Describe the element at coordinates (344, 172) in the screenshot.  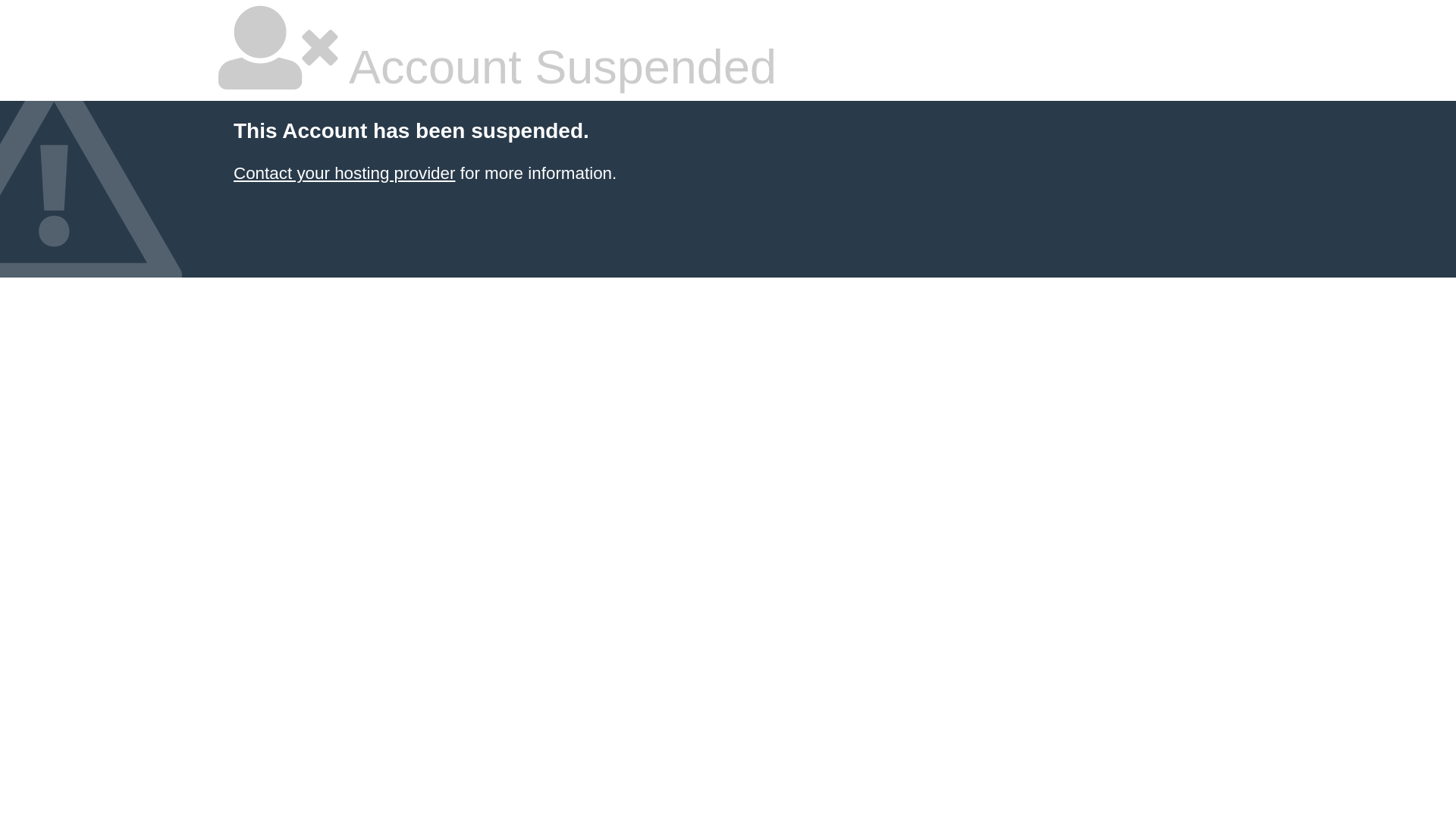
I see `'Contact your hosting provider'` at that location.